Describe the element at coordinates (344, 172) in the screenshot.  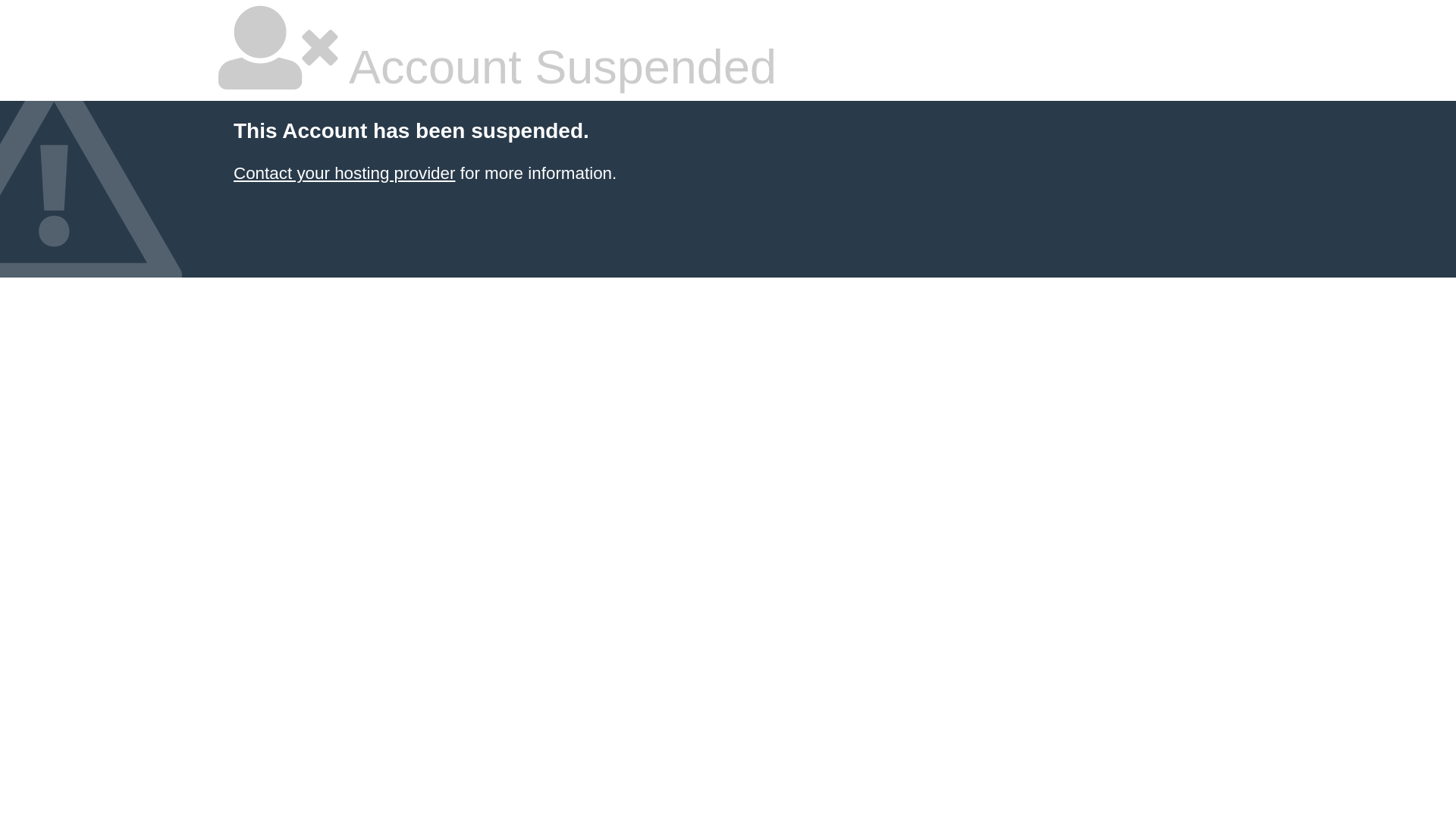
I see `'Contact your hosting provider'` at that location.